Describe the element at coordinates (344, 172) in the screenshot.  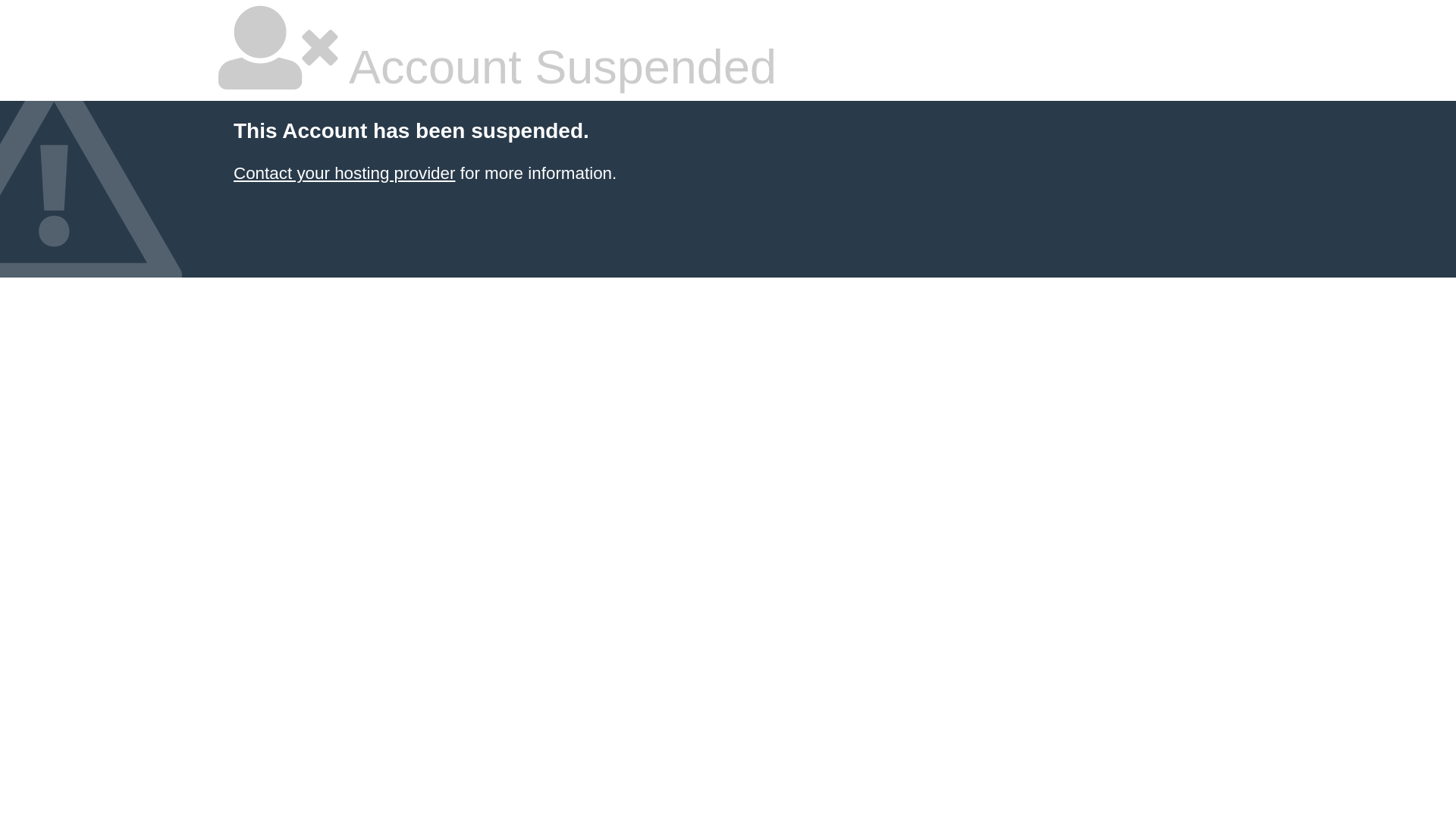
I see `'Contact your hosting provider'` at that location.